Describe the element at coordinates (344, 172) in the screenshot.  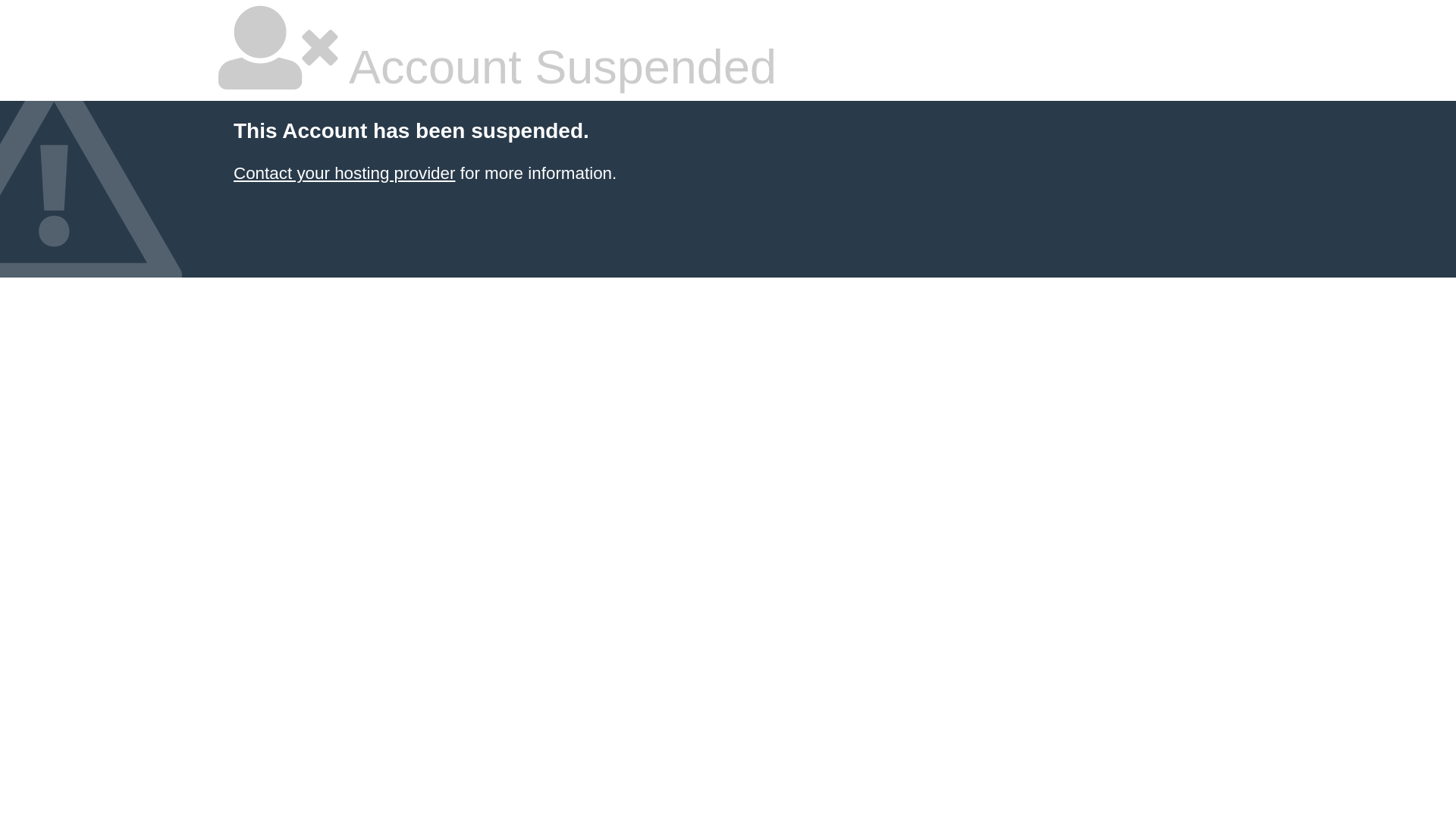
I see `'Contact your hosting provider'` at that location.